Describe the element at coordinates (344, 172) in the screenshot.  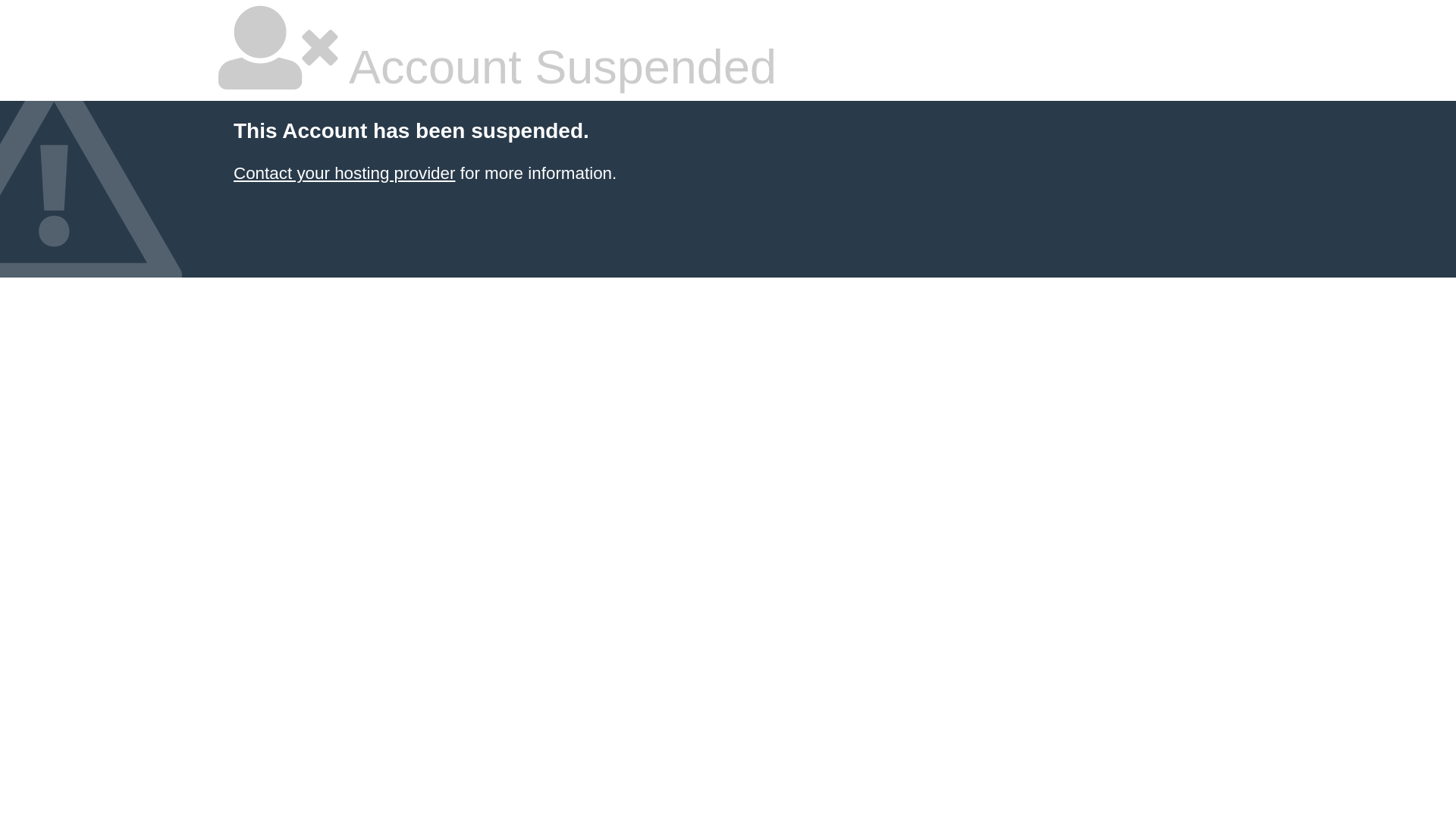
I see `'Contact your hosting provider'` at that location.